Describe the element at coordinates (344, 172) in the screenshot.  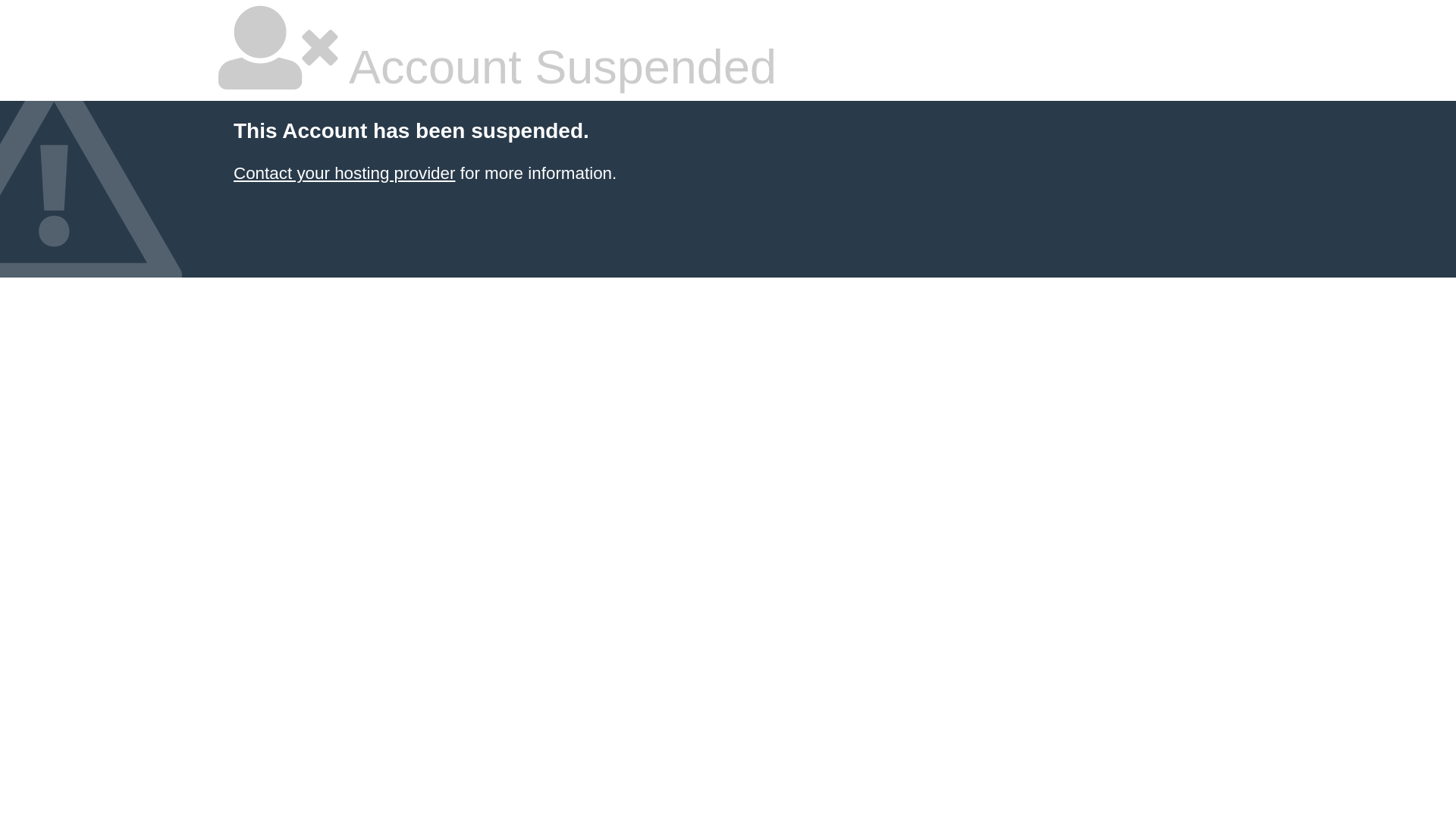
I see `'Contact your hosting provider'` at that location.